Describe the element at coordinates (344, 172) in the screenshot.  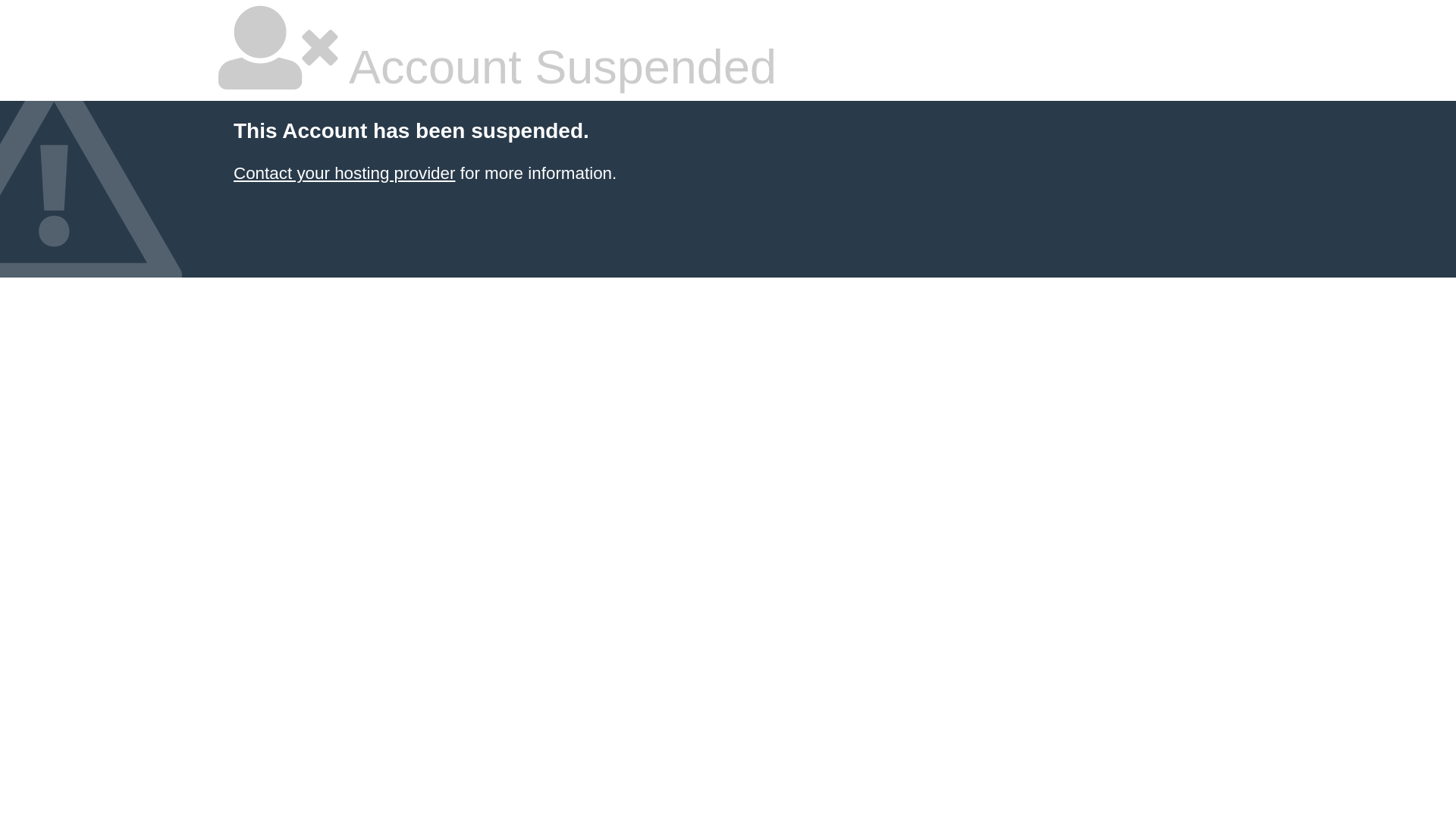
I see `'Contact your hosting provider'` at that location.